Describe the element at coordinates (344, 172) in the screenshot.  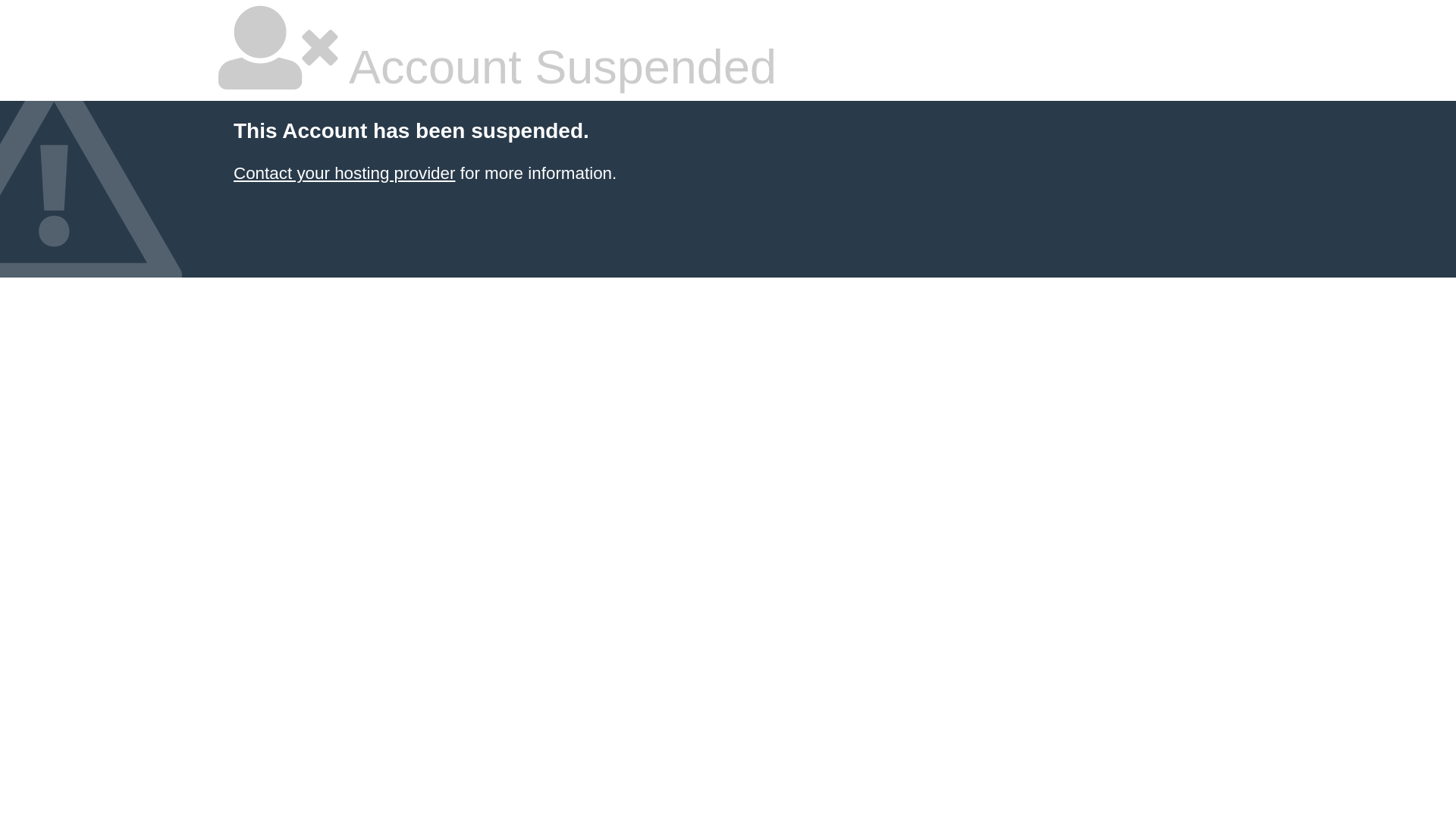
I see `'Contact your hosting provider'` at that location.